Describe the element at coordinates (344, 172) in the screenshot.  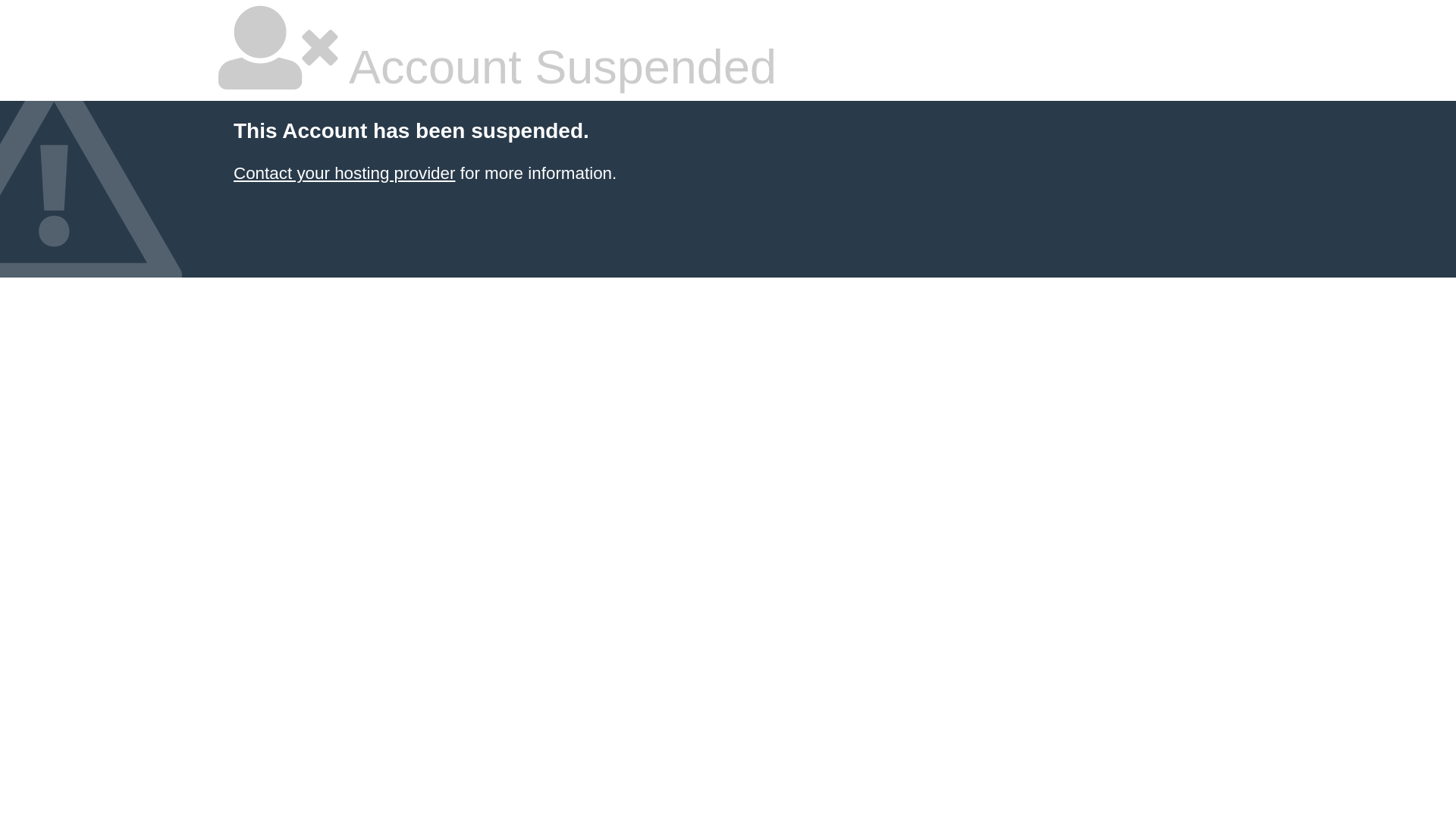
I see `'Contact your hosting provider'` at that location.